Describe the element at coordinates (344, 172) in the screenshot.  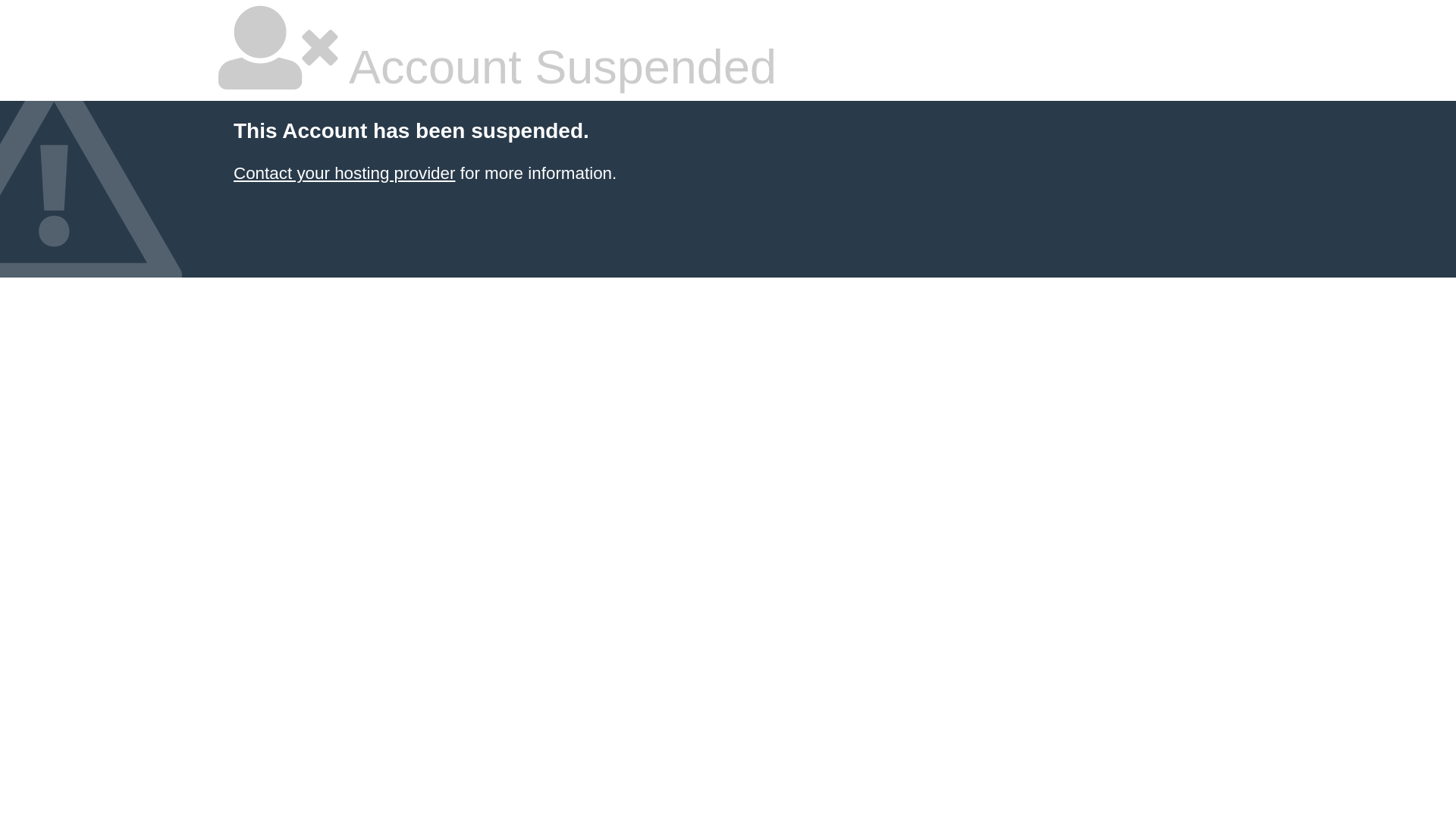
I see `'Contact your hosting provider'` at that location.